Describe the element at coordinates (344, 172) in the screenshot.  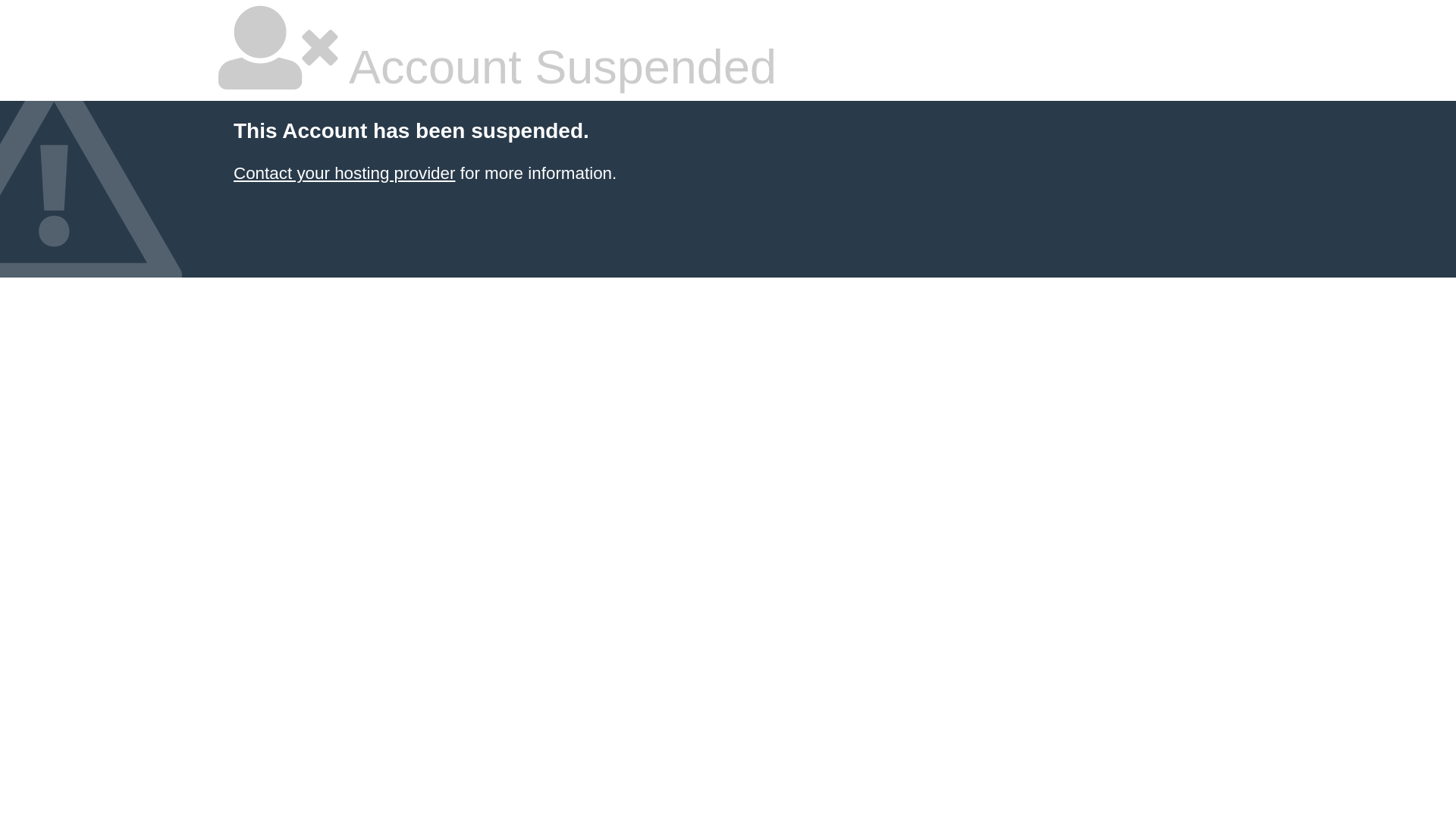
I see `'Contact your hosting provider'` at that location.